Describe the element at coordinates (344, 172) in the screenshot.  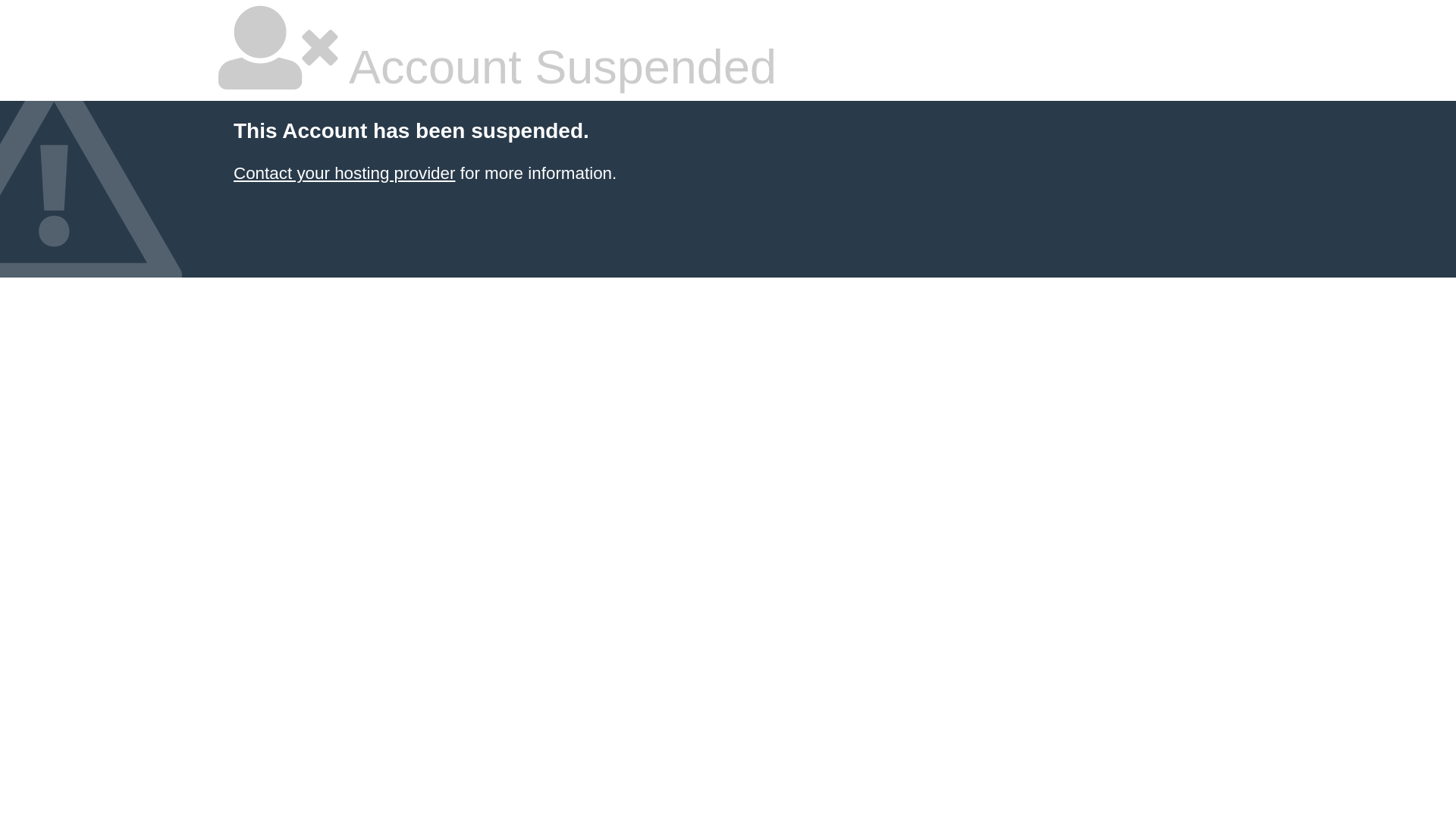
I see `'Contact your hosting provider'` at that location.